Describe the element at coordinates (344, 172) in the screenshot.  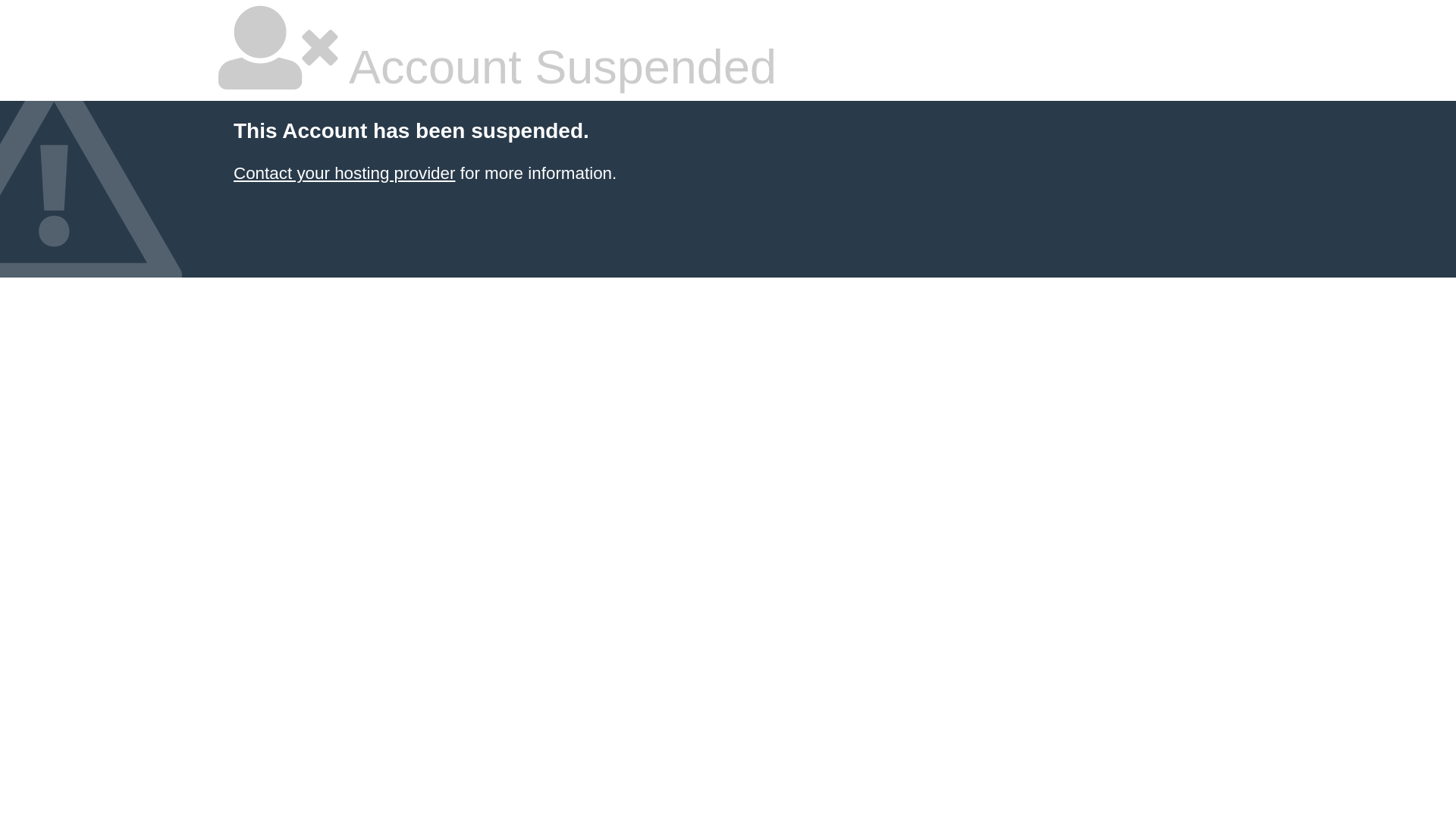
I see `'Contact your hosting provider'` at that location.